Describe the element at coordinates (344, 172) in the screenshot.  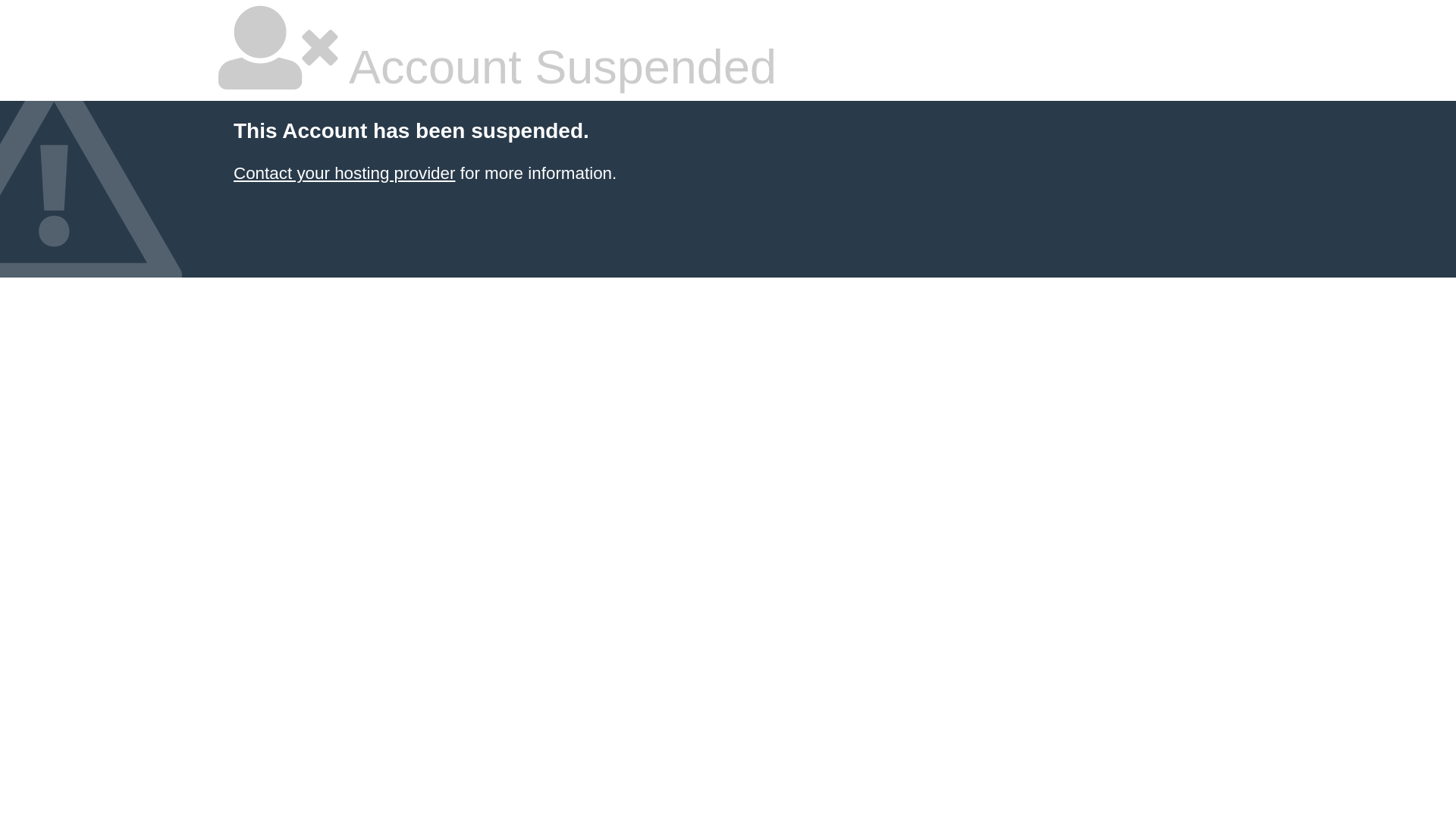
I see `'Contact your hosting provider'` at that location.